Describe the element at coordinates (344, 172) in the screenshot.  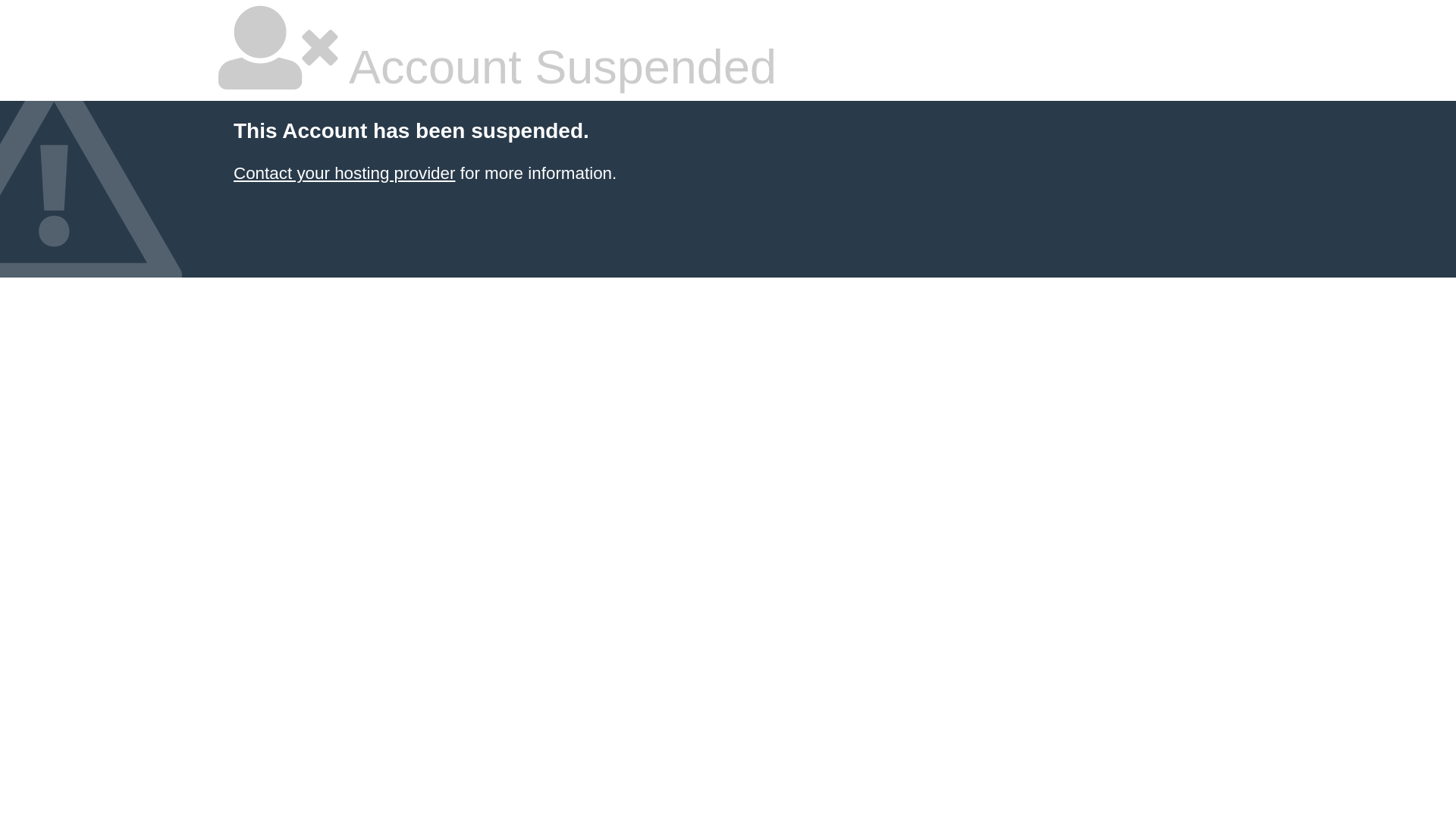
I see `'Contact your hosting provider'` at that location.